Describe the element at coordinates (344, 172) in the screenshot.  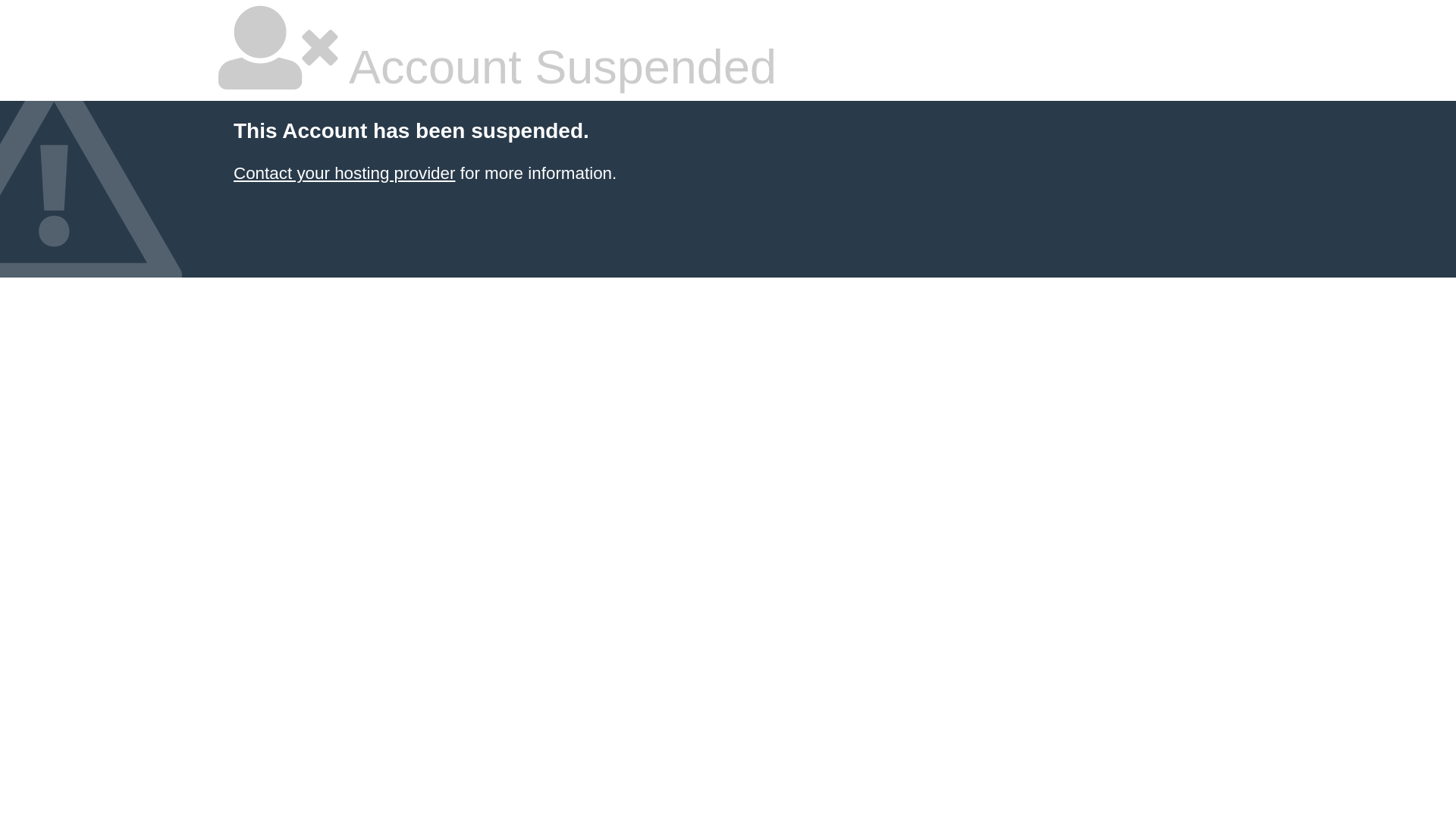
I see `'Contact your hosting provider'` at that location.